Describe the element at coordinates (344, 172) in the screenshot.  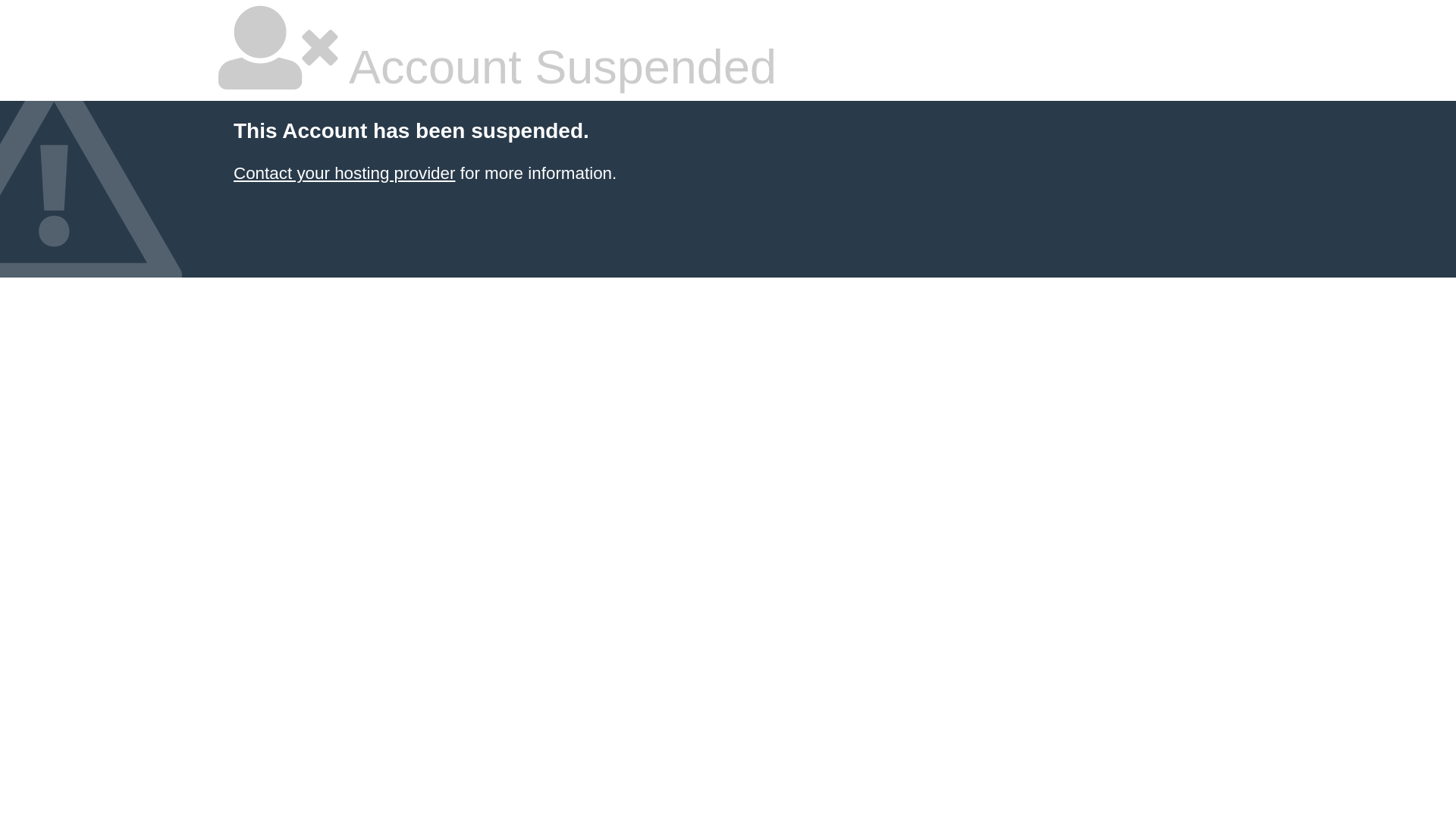
I see `'Contact your hosting provider'` at that location.